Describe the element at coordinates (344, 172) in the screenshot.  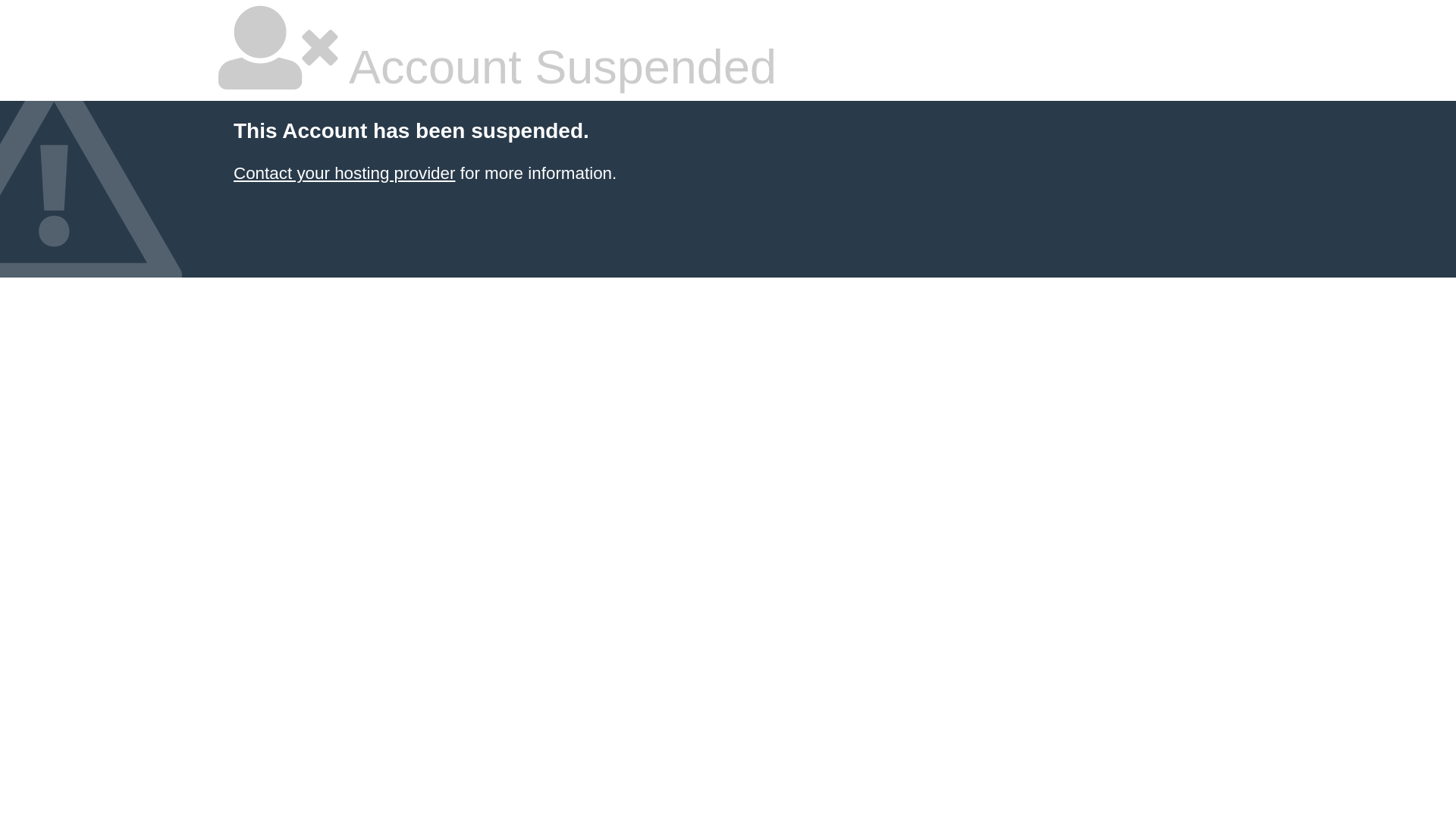
I see `'Contact your hosting provider'` at that location.